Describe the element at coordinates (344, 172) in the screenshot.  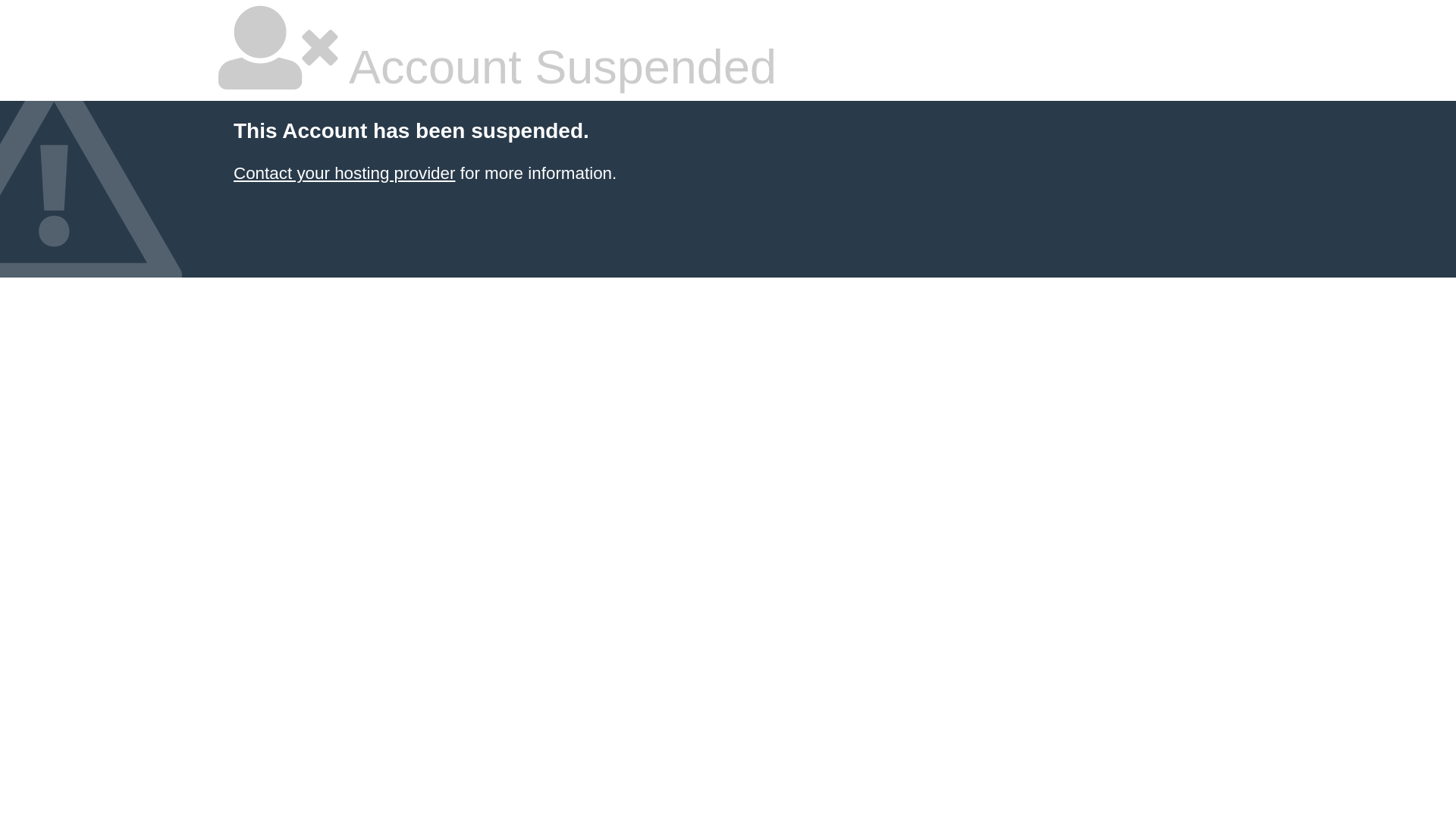
I see `'Contact your hosting provider'` at that location.